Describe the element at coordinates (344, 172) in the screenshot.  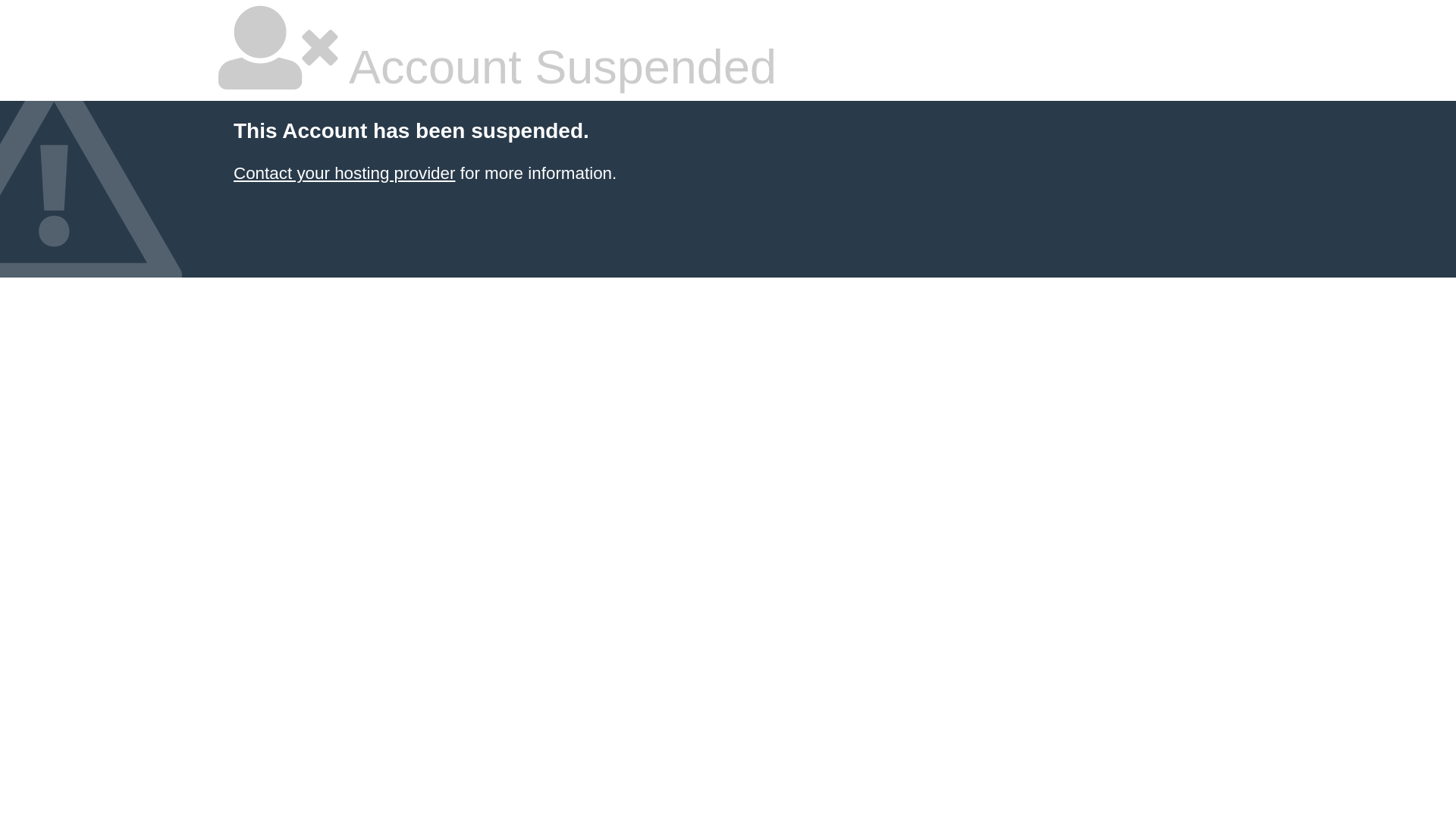
I see `'Contact your hosting provider'` at that location.